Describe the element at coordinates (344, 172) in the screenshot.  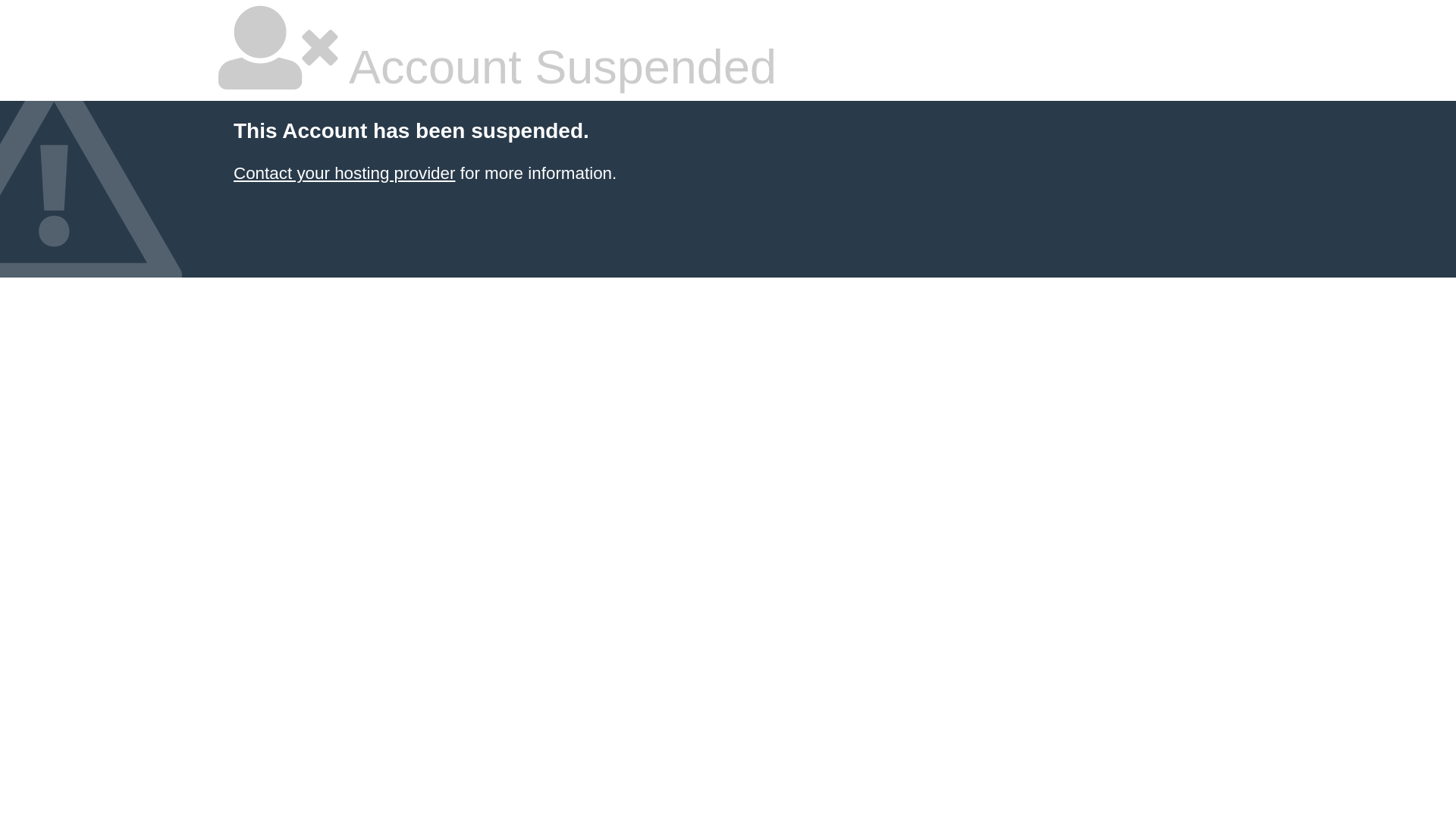
I see `'Contact your hosting provider'` at that location.